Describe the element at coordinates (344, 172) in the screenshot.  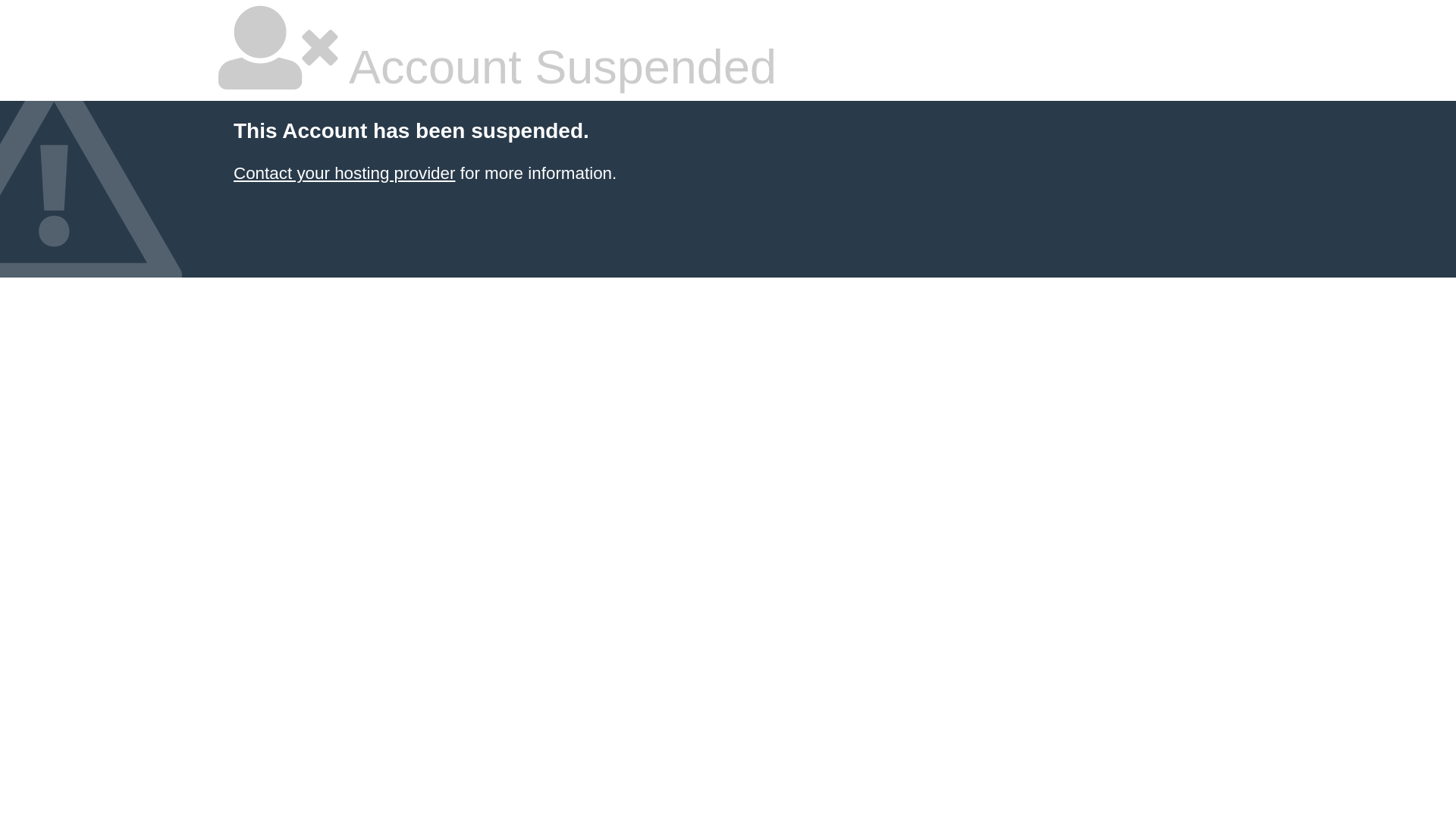
I see `'Contact your hosting provider'` at that location.